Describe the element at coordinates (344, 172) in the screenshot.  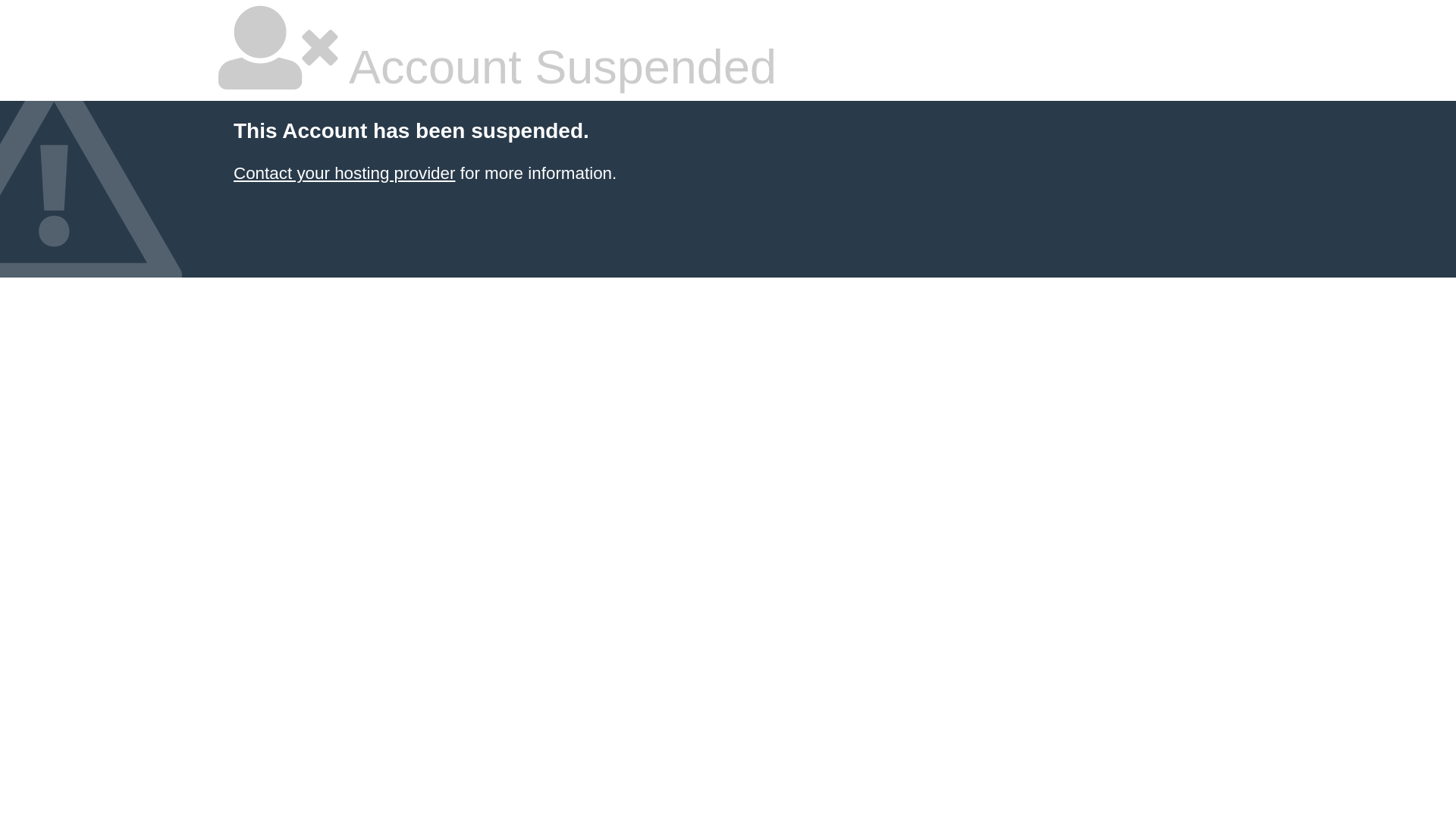
I see `'Contact your hosting provider'` at that location.